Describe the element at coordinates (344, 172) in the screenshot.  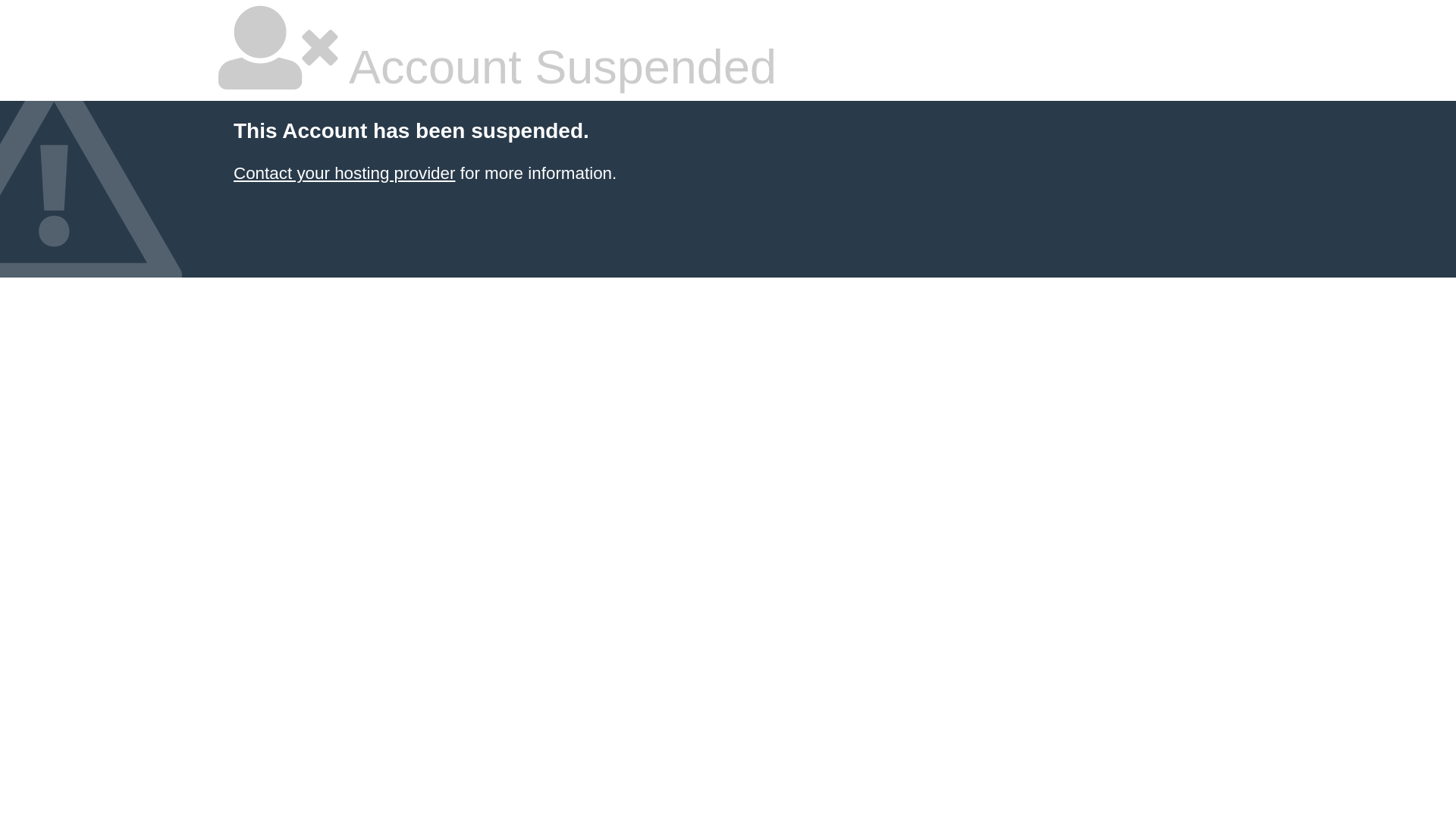
I see `'Contact your hosting provider'` at that location.